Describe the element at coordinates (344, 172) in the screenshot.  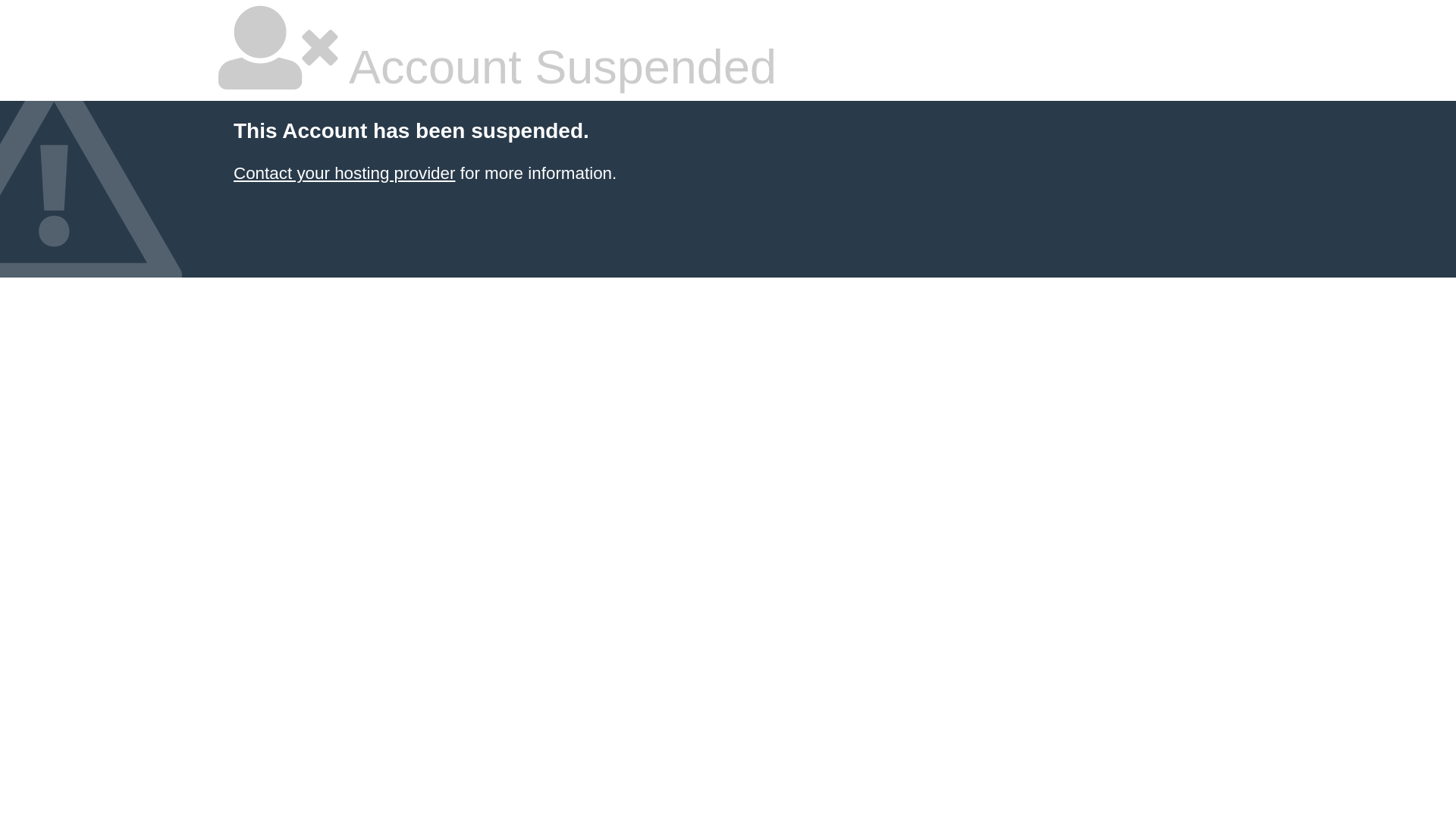
I see `'Contact your hosting provider'` at that location.